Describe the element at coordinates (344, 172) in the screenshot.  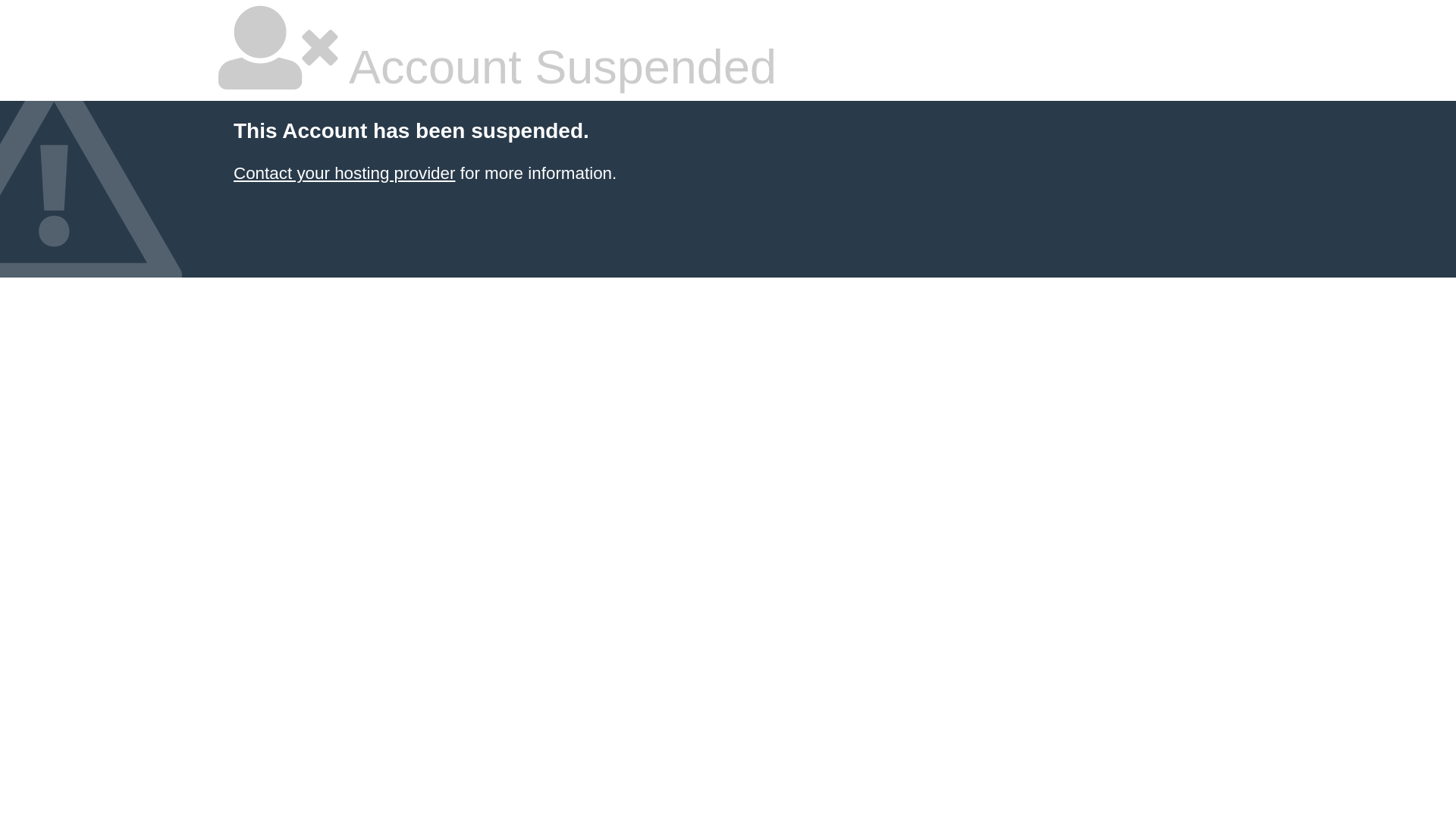
I see `'Contact your hosting provider'` at that location.